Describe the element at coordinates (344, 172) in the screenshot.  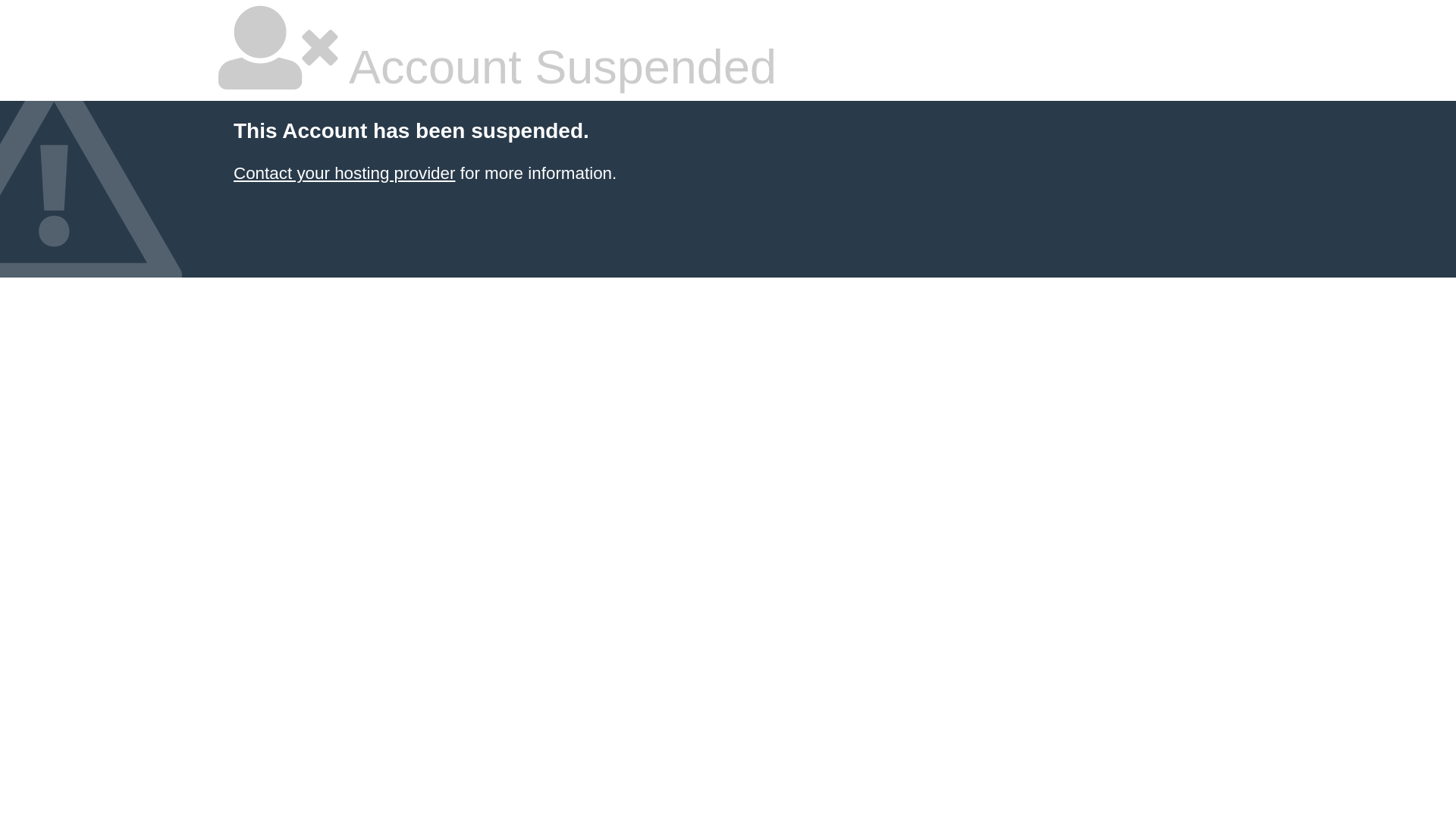
I see `'Contact your hosting provider'` at that location.